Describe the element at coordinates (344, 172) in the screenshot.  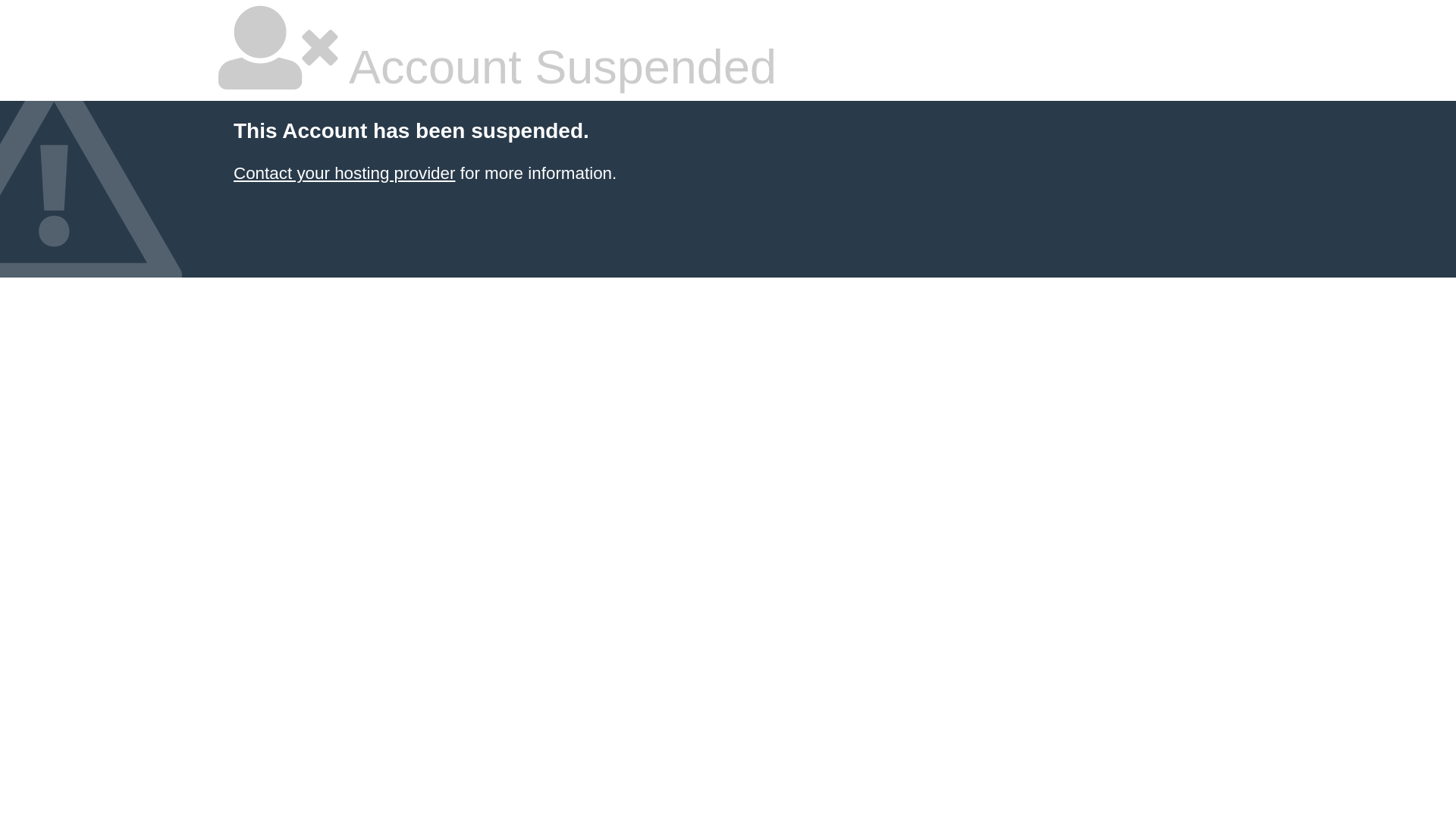
I see `'Contact your hosting provider'` at that location.